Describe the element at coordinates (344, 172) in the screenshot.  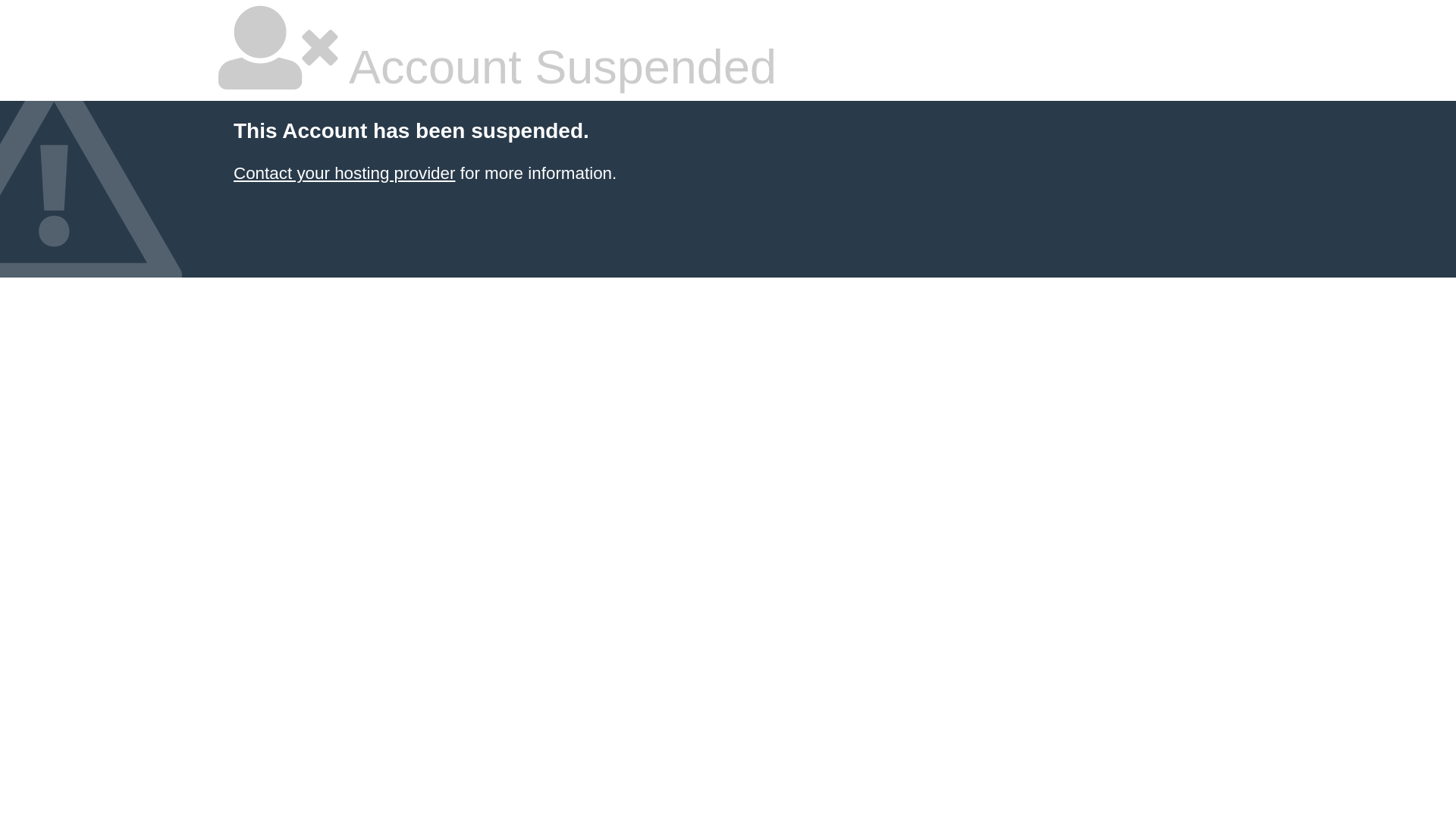
I see `'Contact your hosting provider'` at that location.